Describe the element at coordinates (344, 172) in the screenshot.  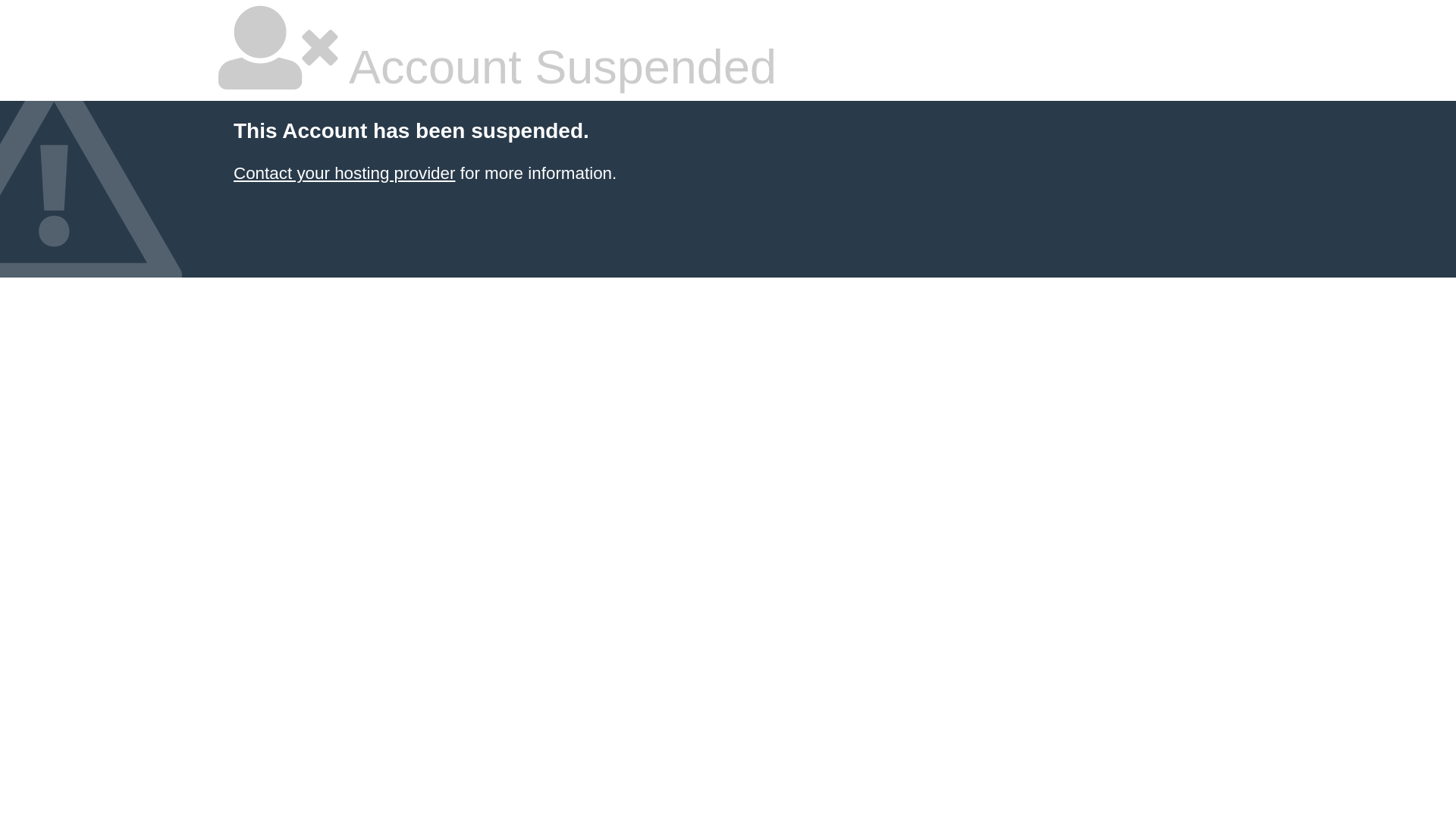
I see `'Contact your hosting provider'` at that location.